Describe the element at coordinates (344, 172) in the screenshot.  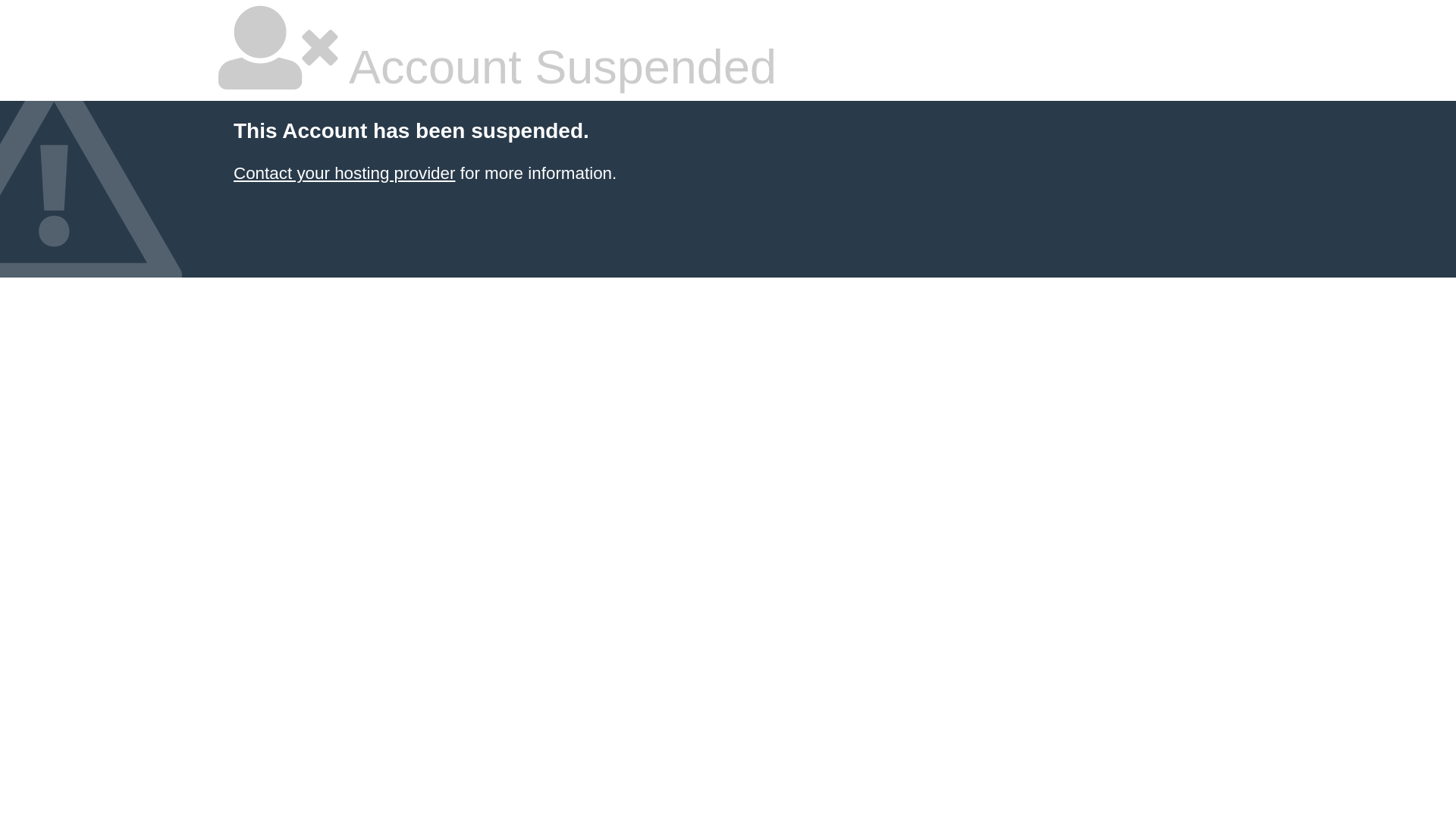
I see `'Contact your hosting provider'` at that location.